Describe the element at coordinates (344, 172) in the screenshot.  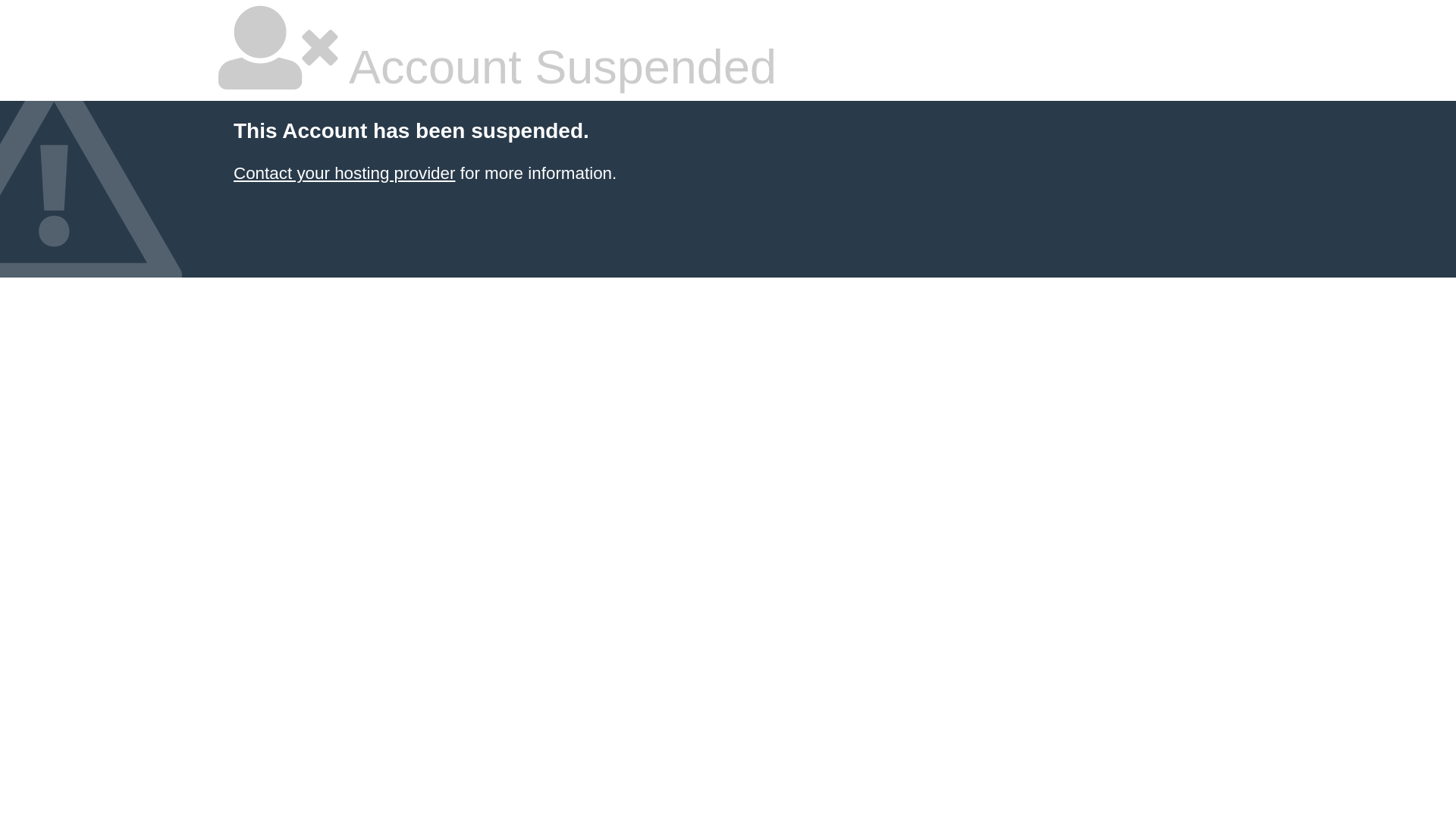
I see `'Contact your hosting provider'` at that location.